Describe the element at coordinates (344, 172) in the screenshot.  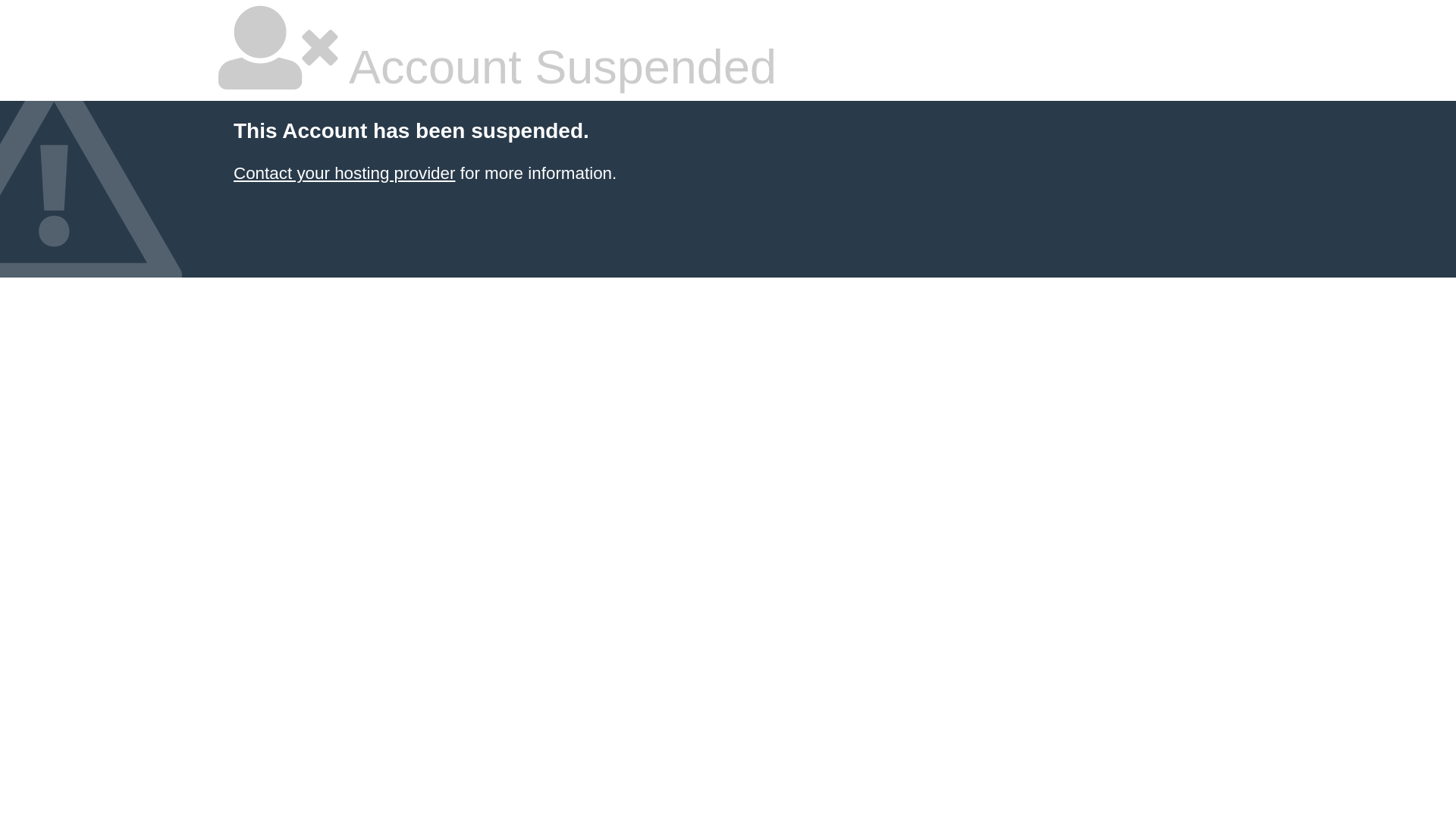
I see `'Contact your hosting provider'` at that location.